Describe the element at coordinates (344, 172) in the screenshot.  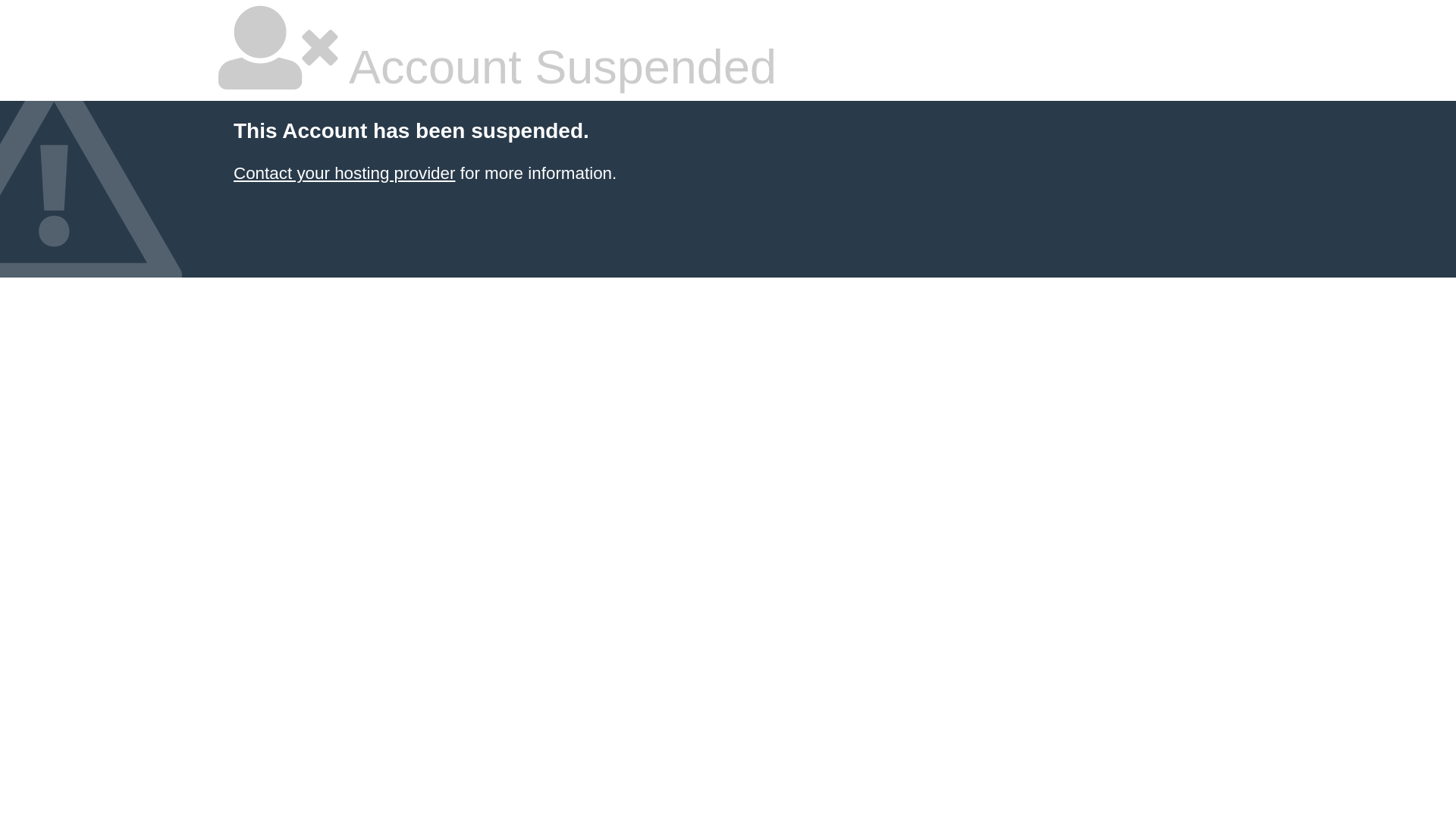
I see `'Contact your hosting provider'` at that location.